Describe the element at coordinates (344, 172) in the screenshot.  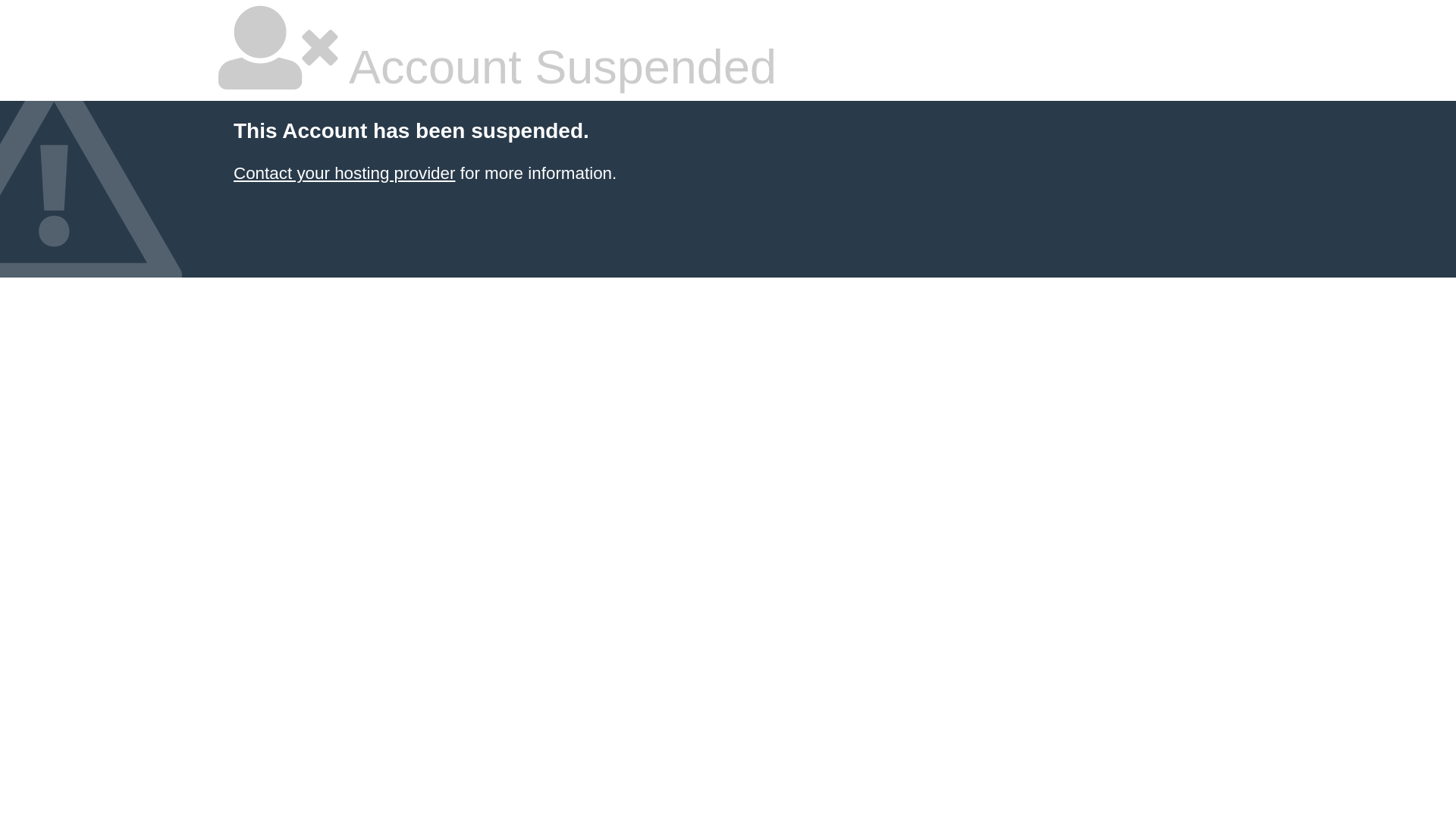
I see `'Contact your hosting provider'` at that location.